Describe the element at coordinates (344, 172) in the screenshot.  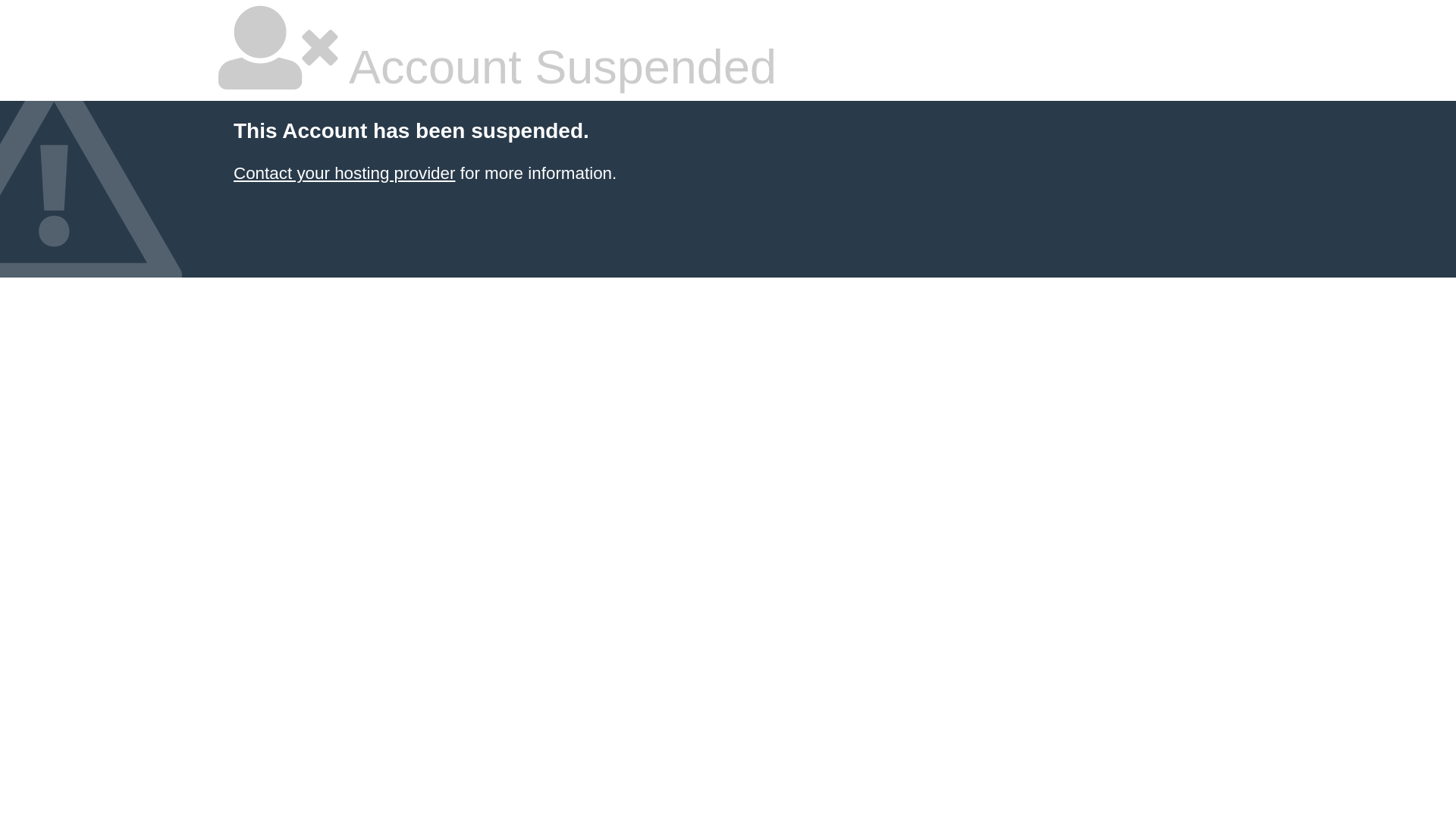
I see `'Contact your hosting provider'` at that location.